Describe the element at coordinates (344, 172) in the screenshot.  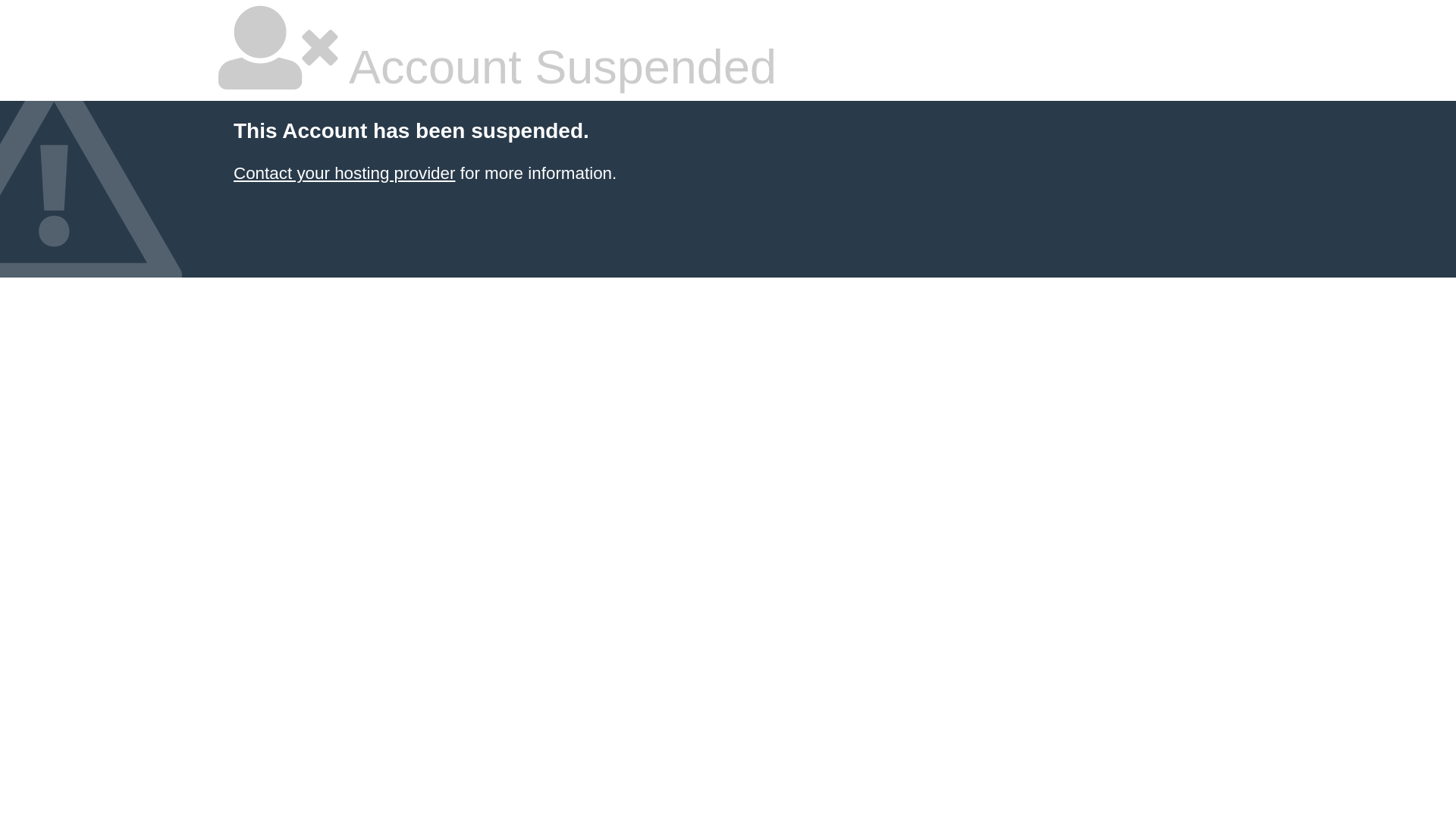
I see `'Contact your hosting provider'` at that location.